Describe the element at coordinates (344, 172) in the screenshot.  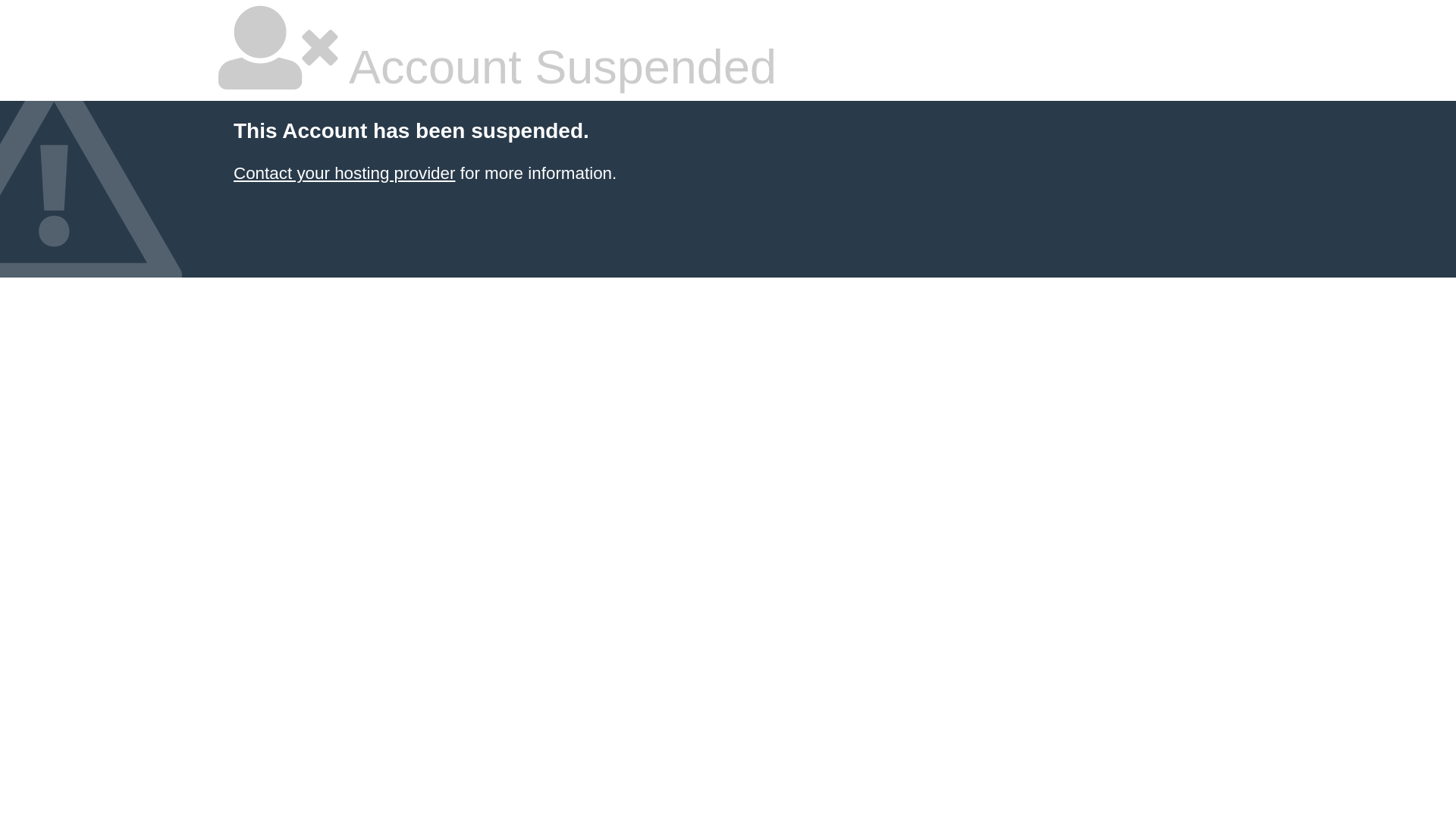
I see `'Contact your hosting provider'` at that location.